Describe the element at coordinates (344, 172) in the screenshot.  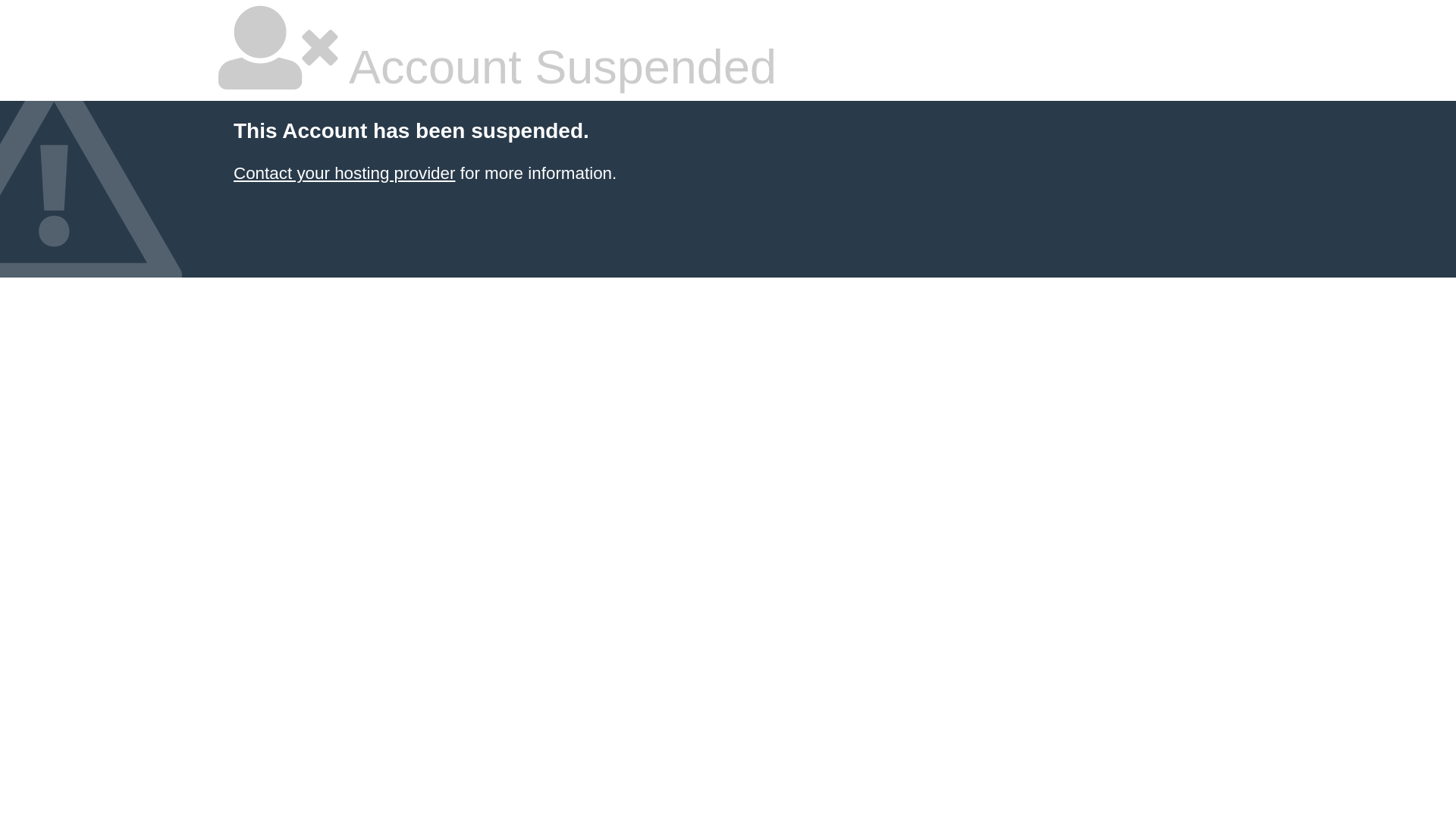
I see `'Contact your hosting provider'` at that location.